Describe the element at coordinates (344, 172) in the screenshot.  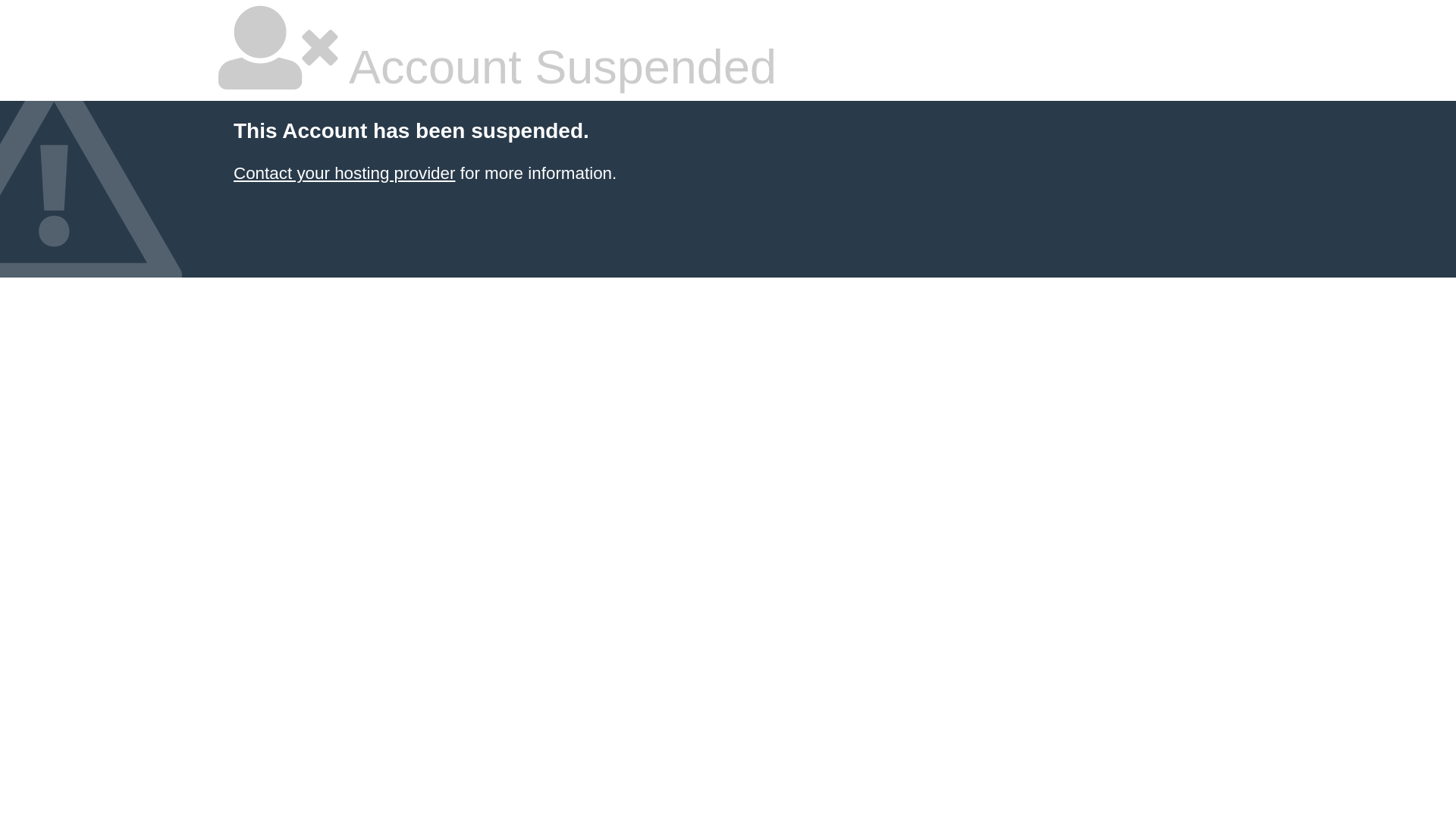
I see `'Contact your hosting provider'` at that location.